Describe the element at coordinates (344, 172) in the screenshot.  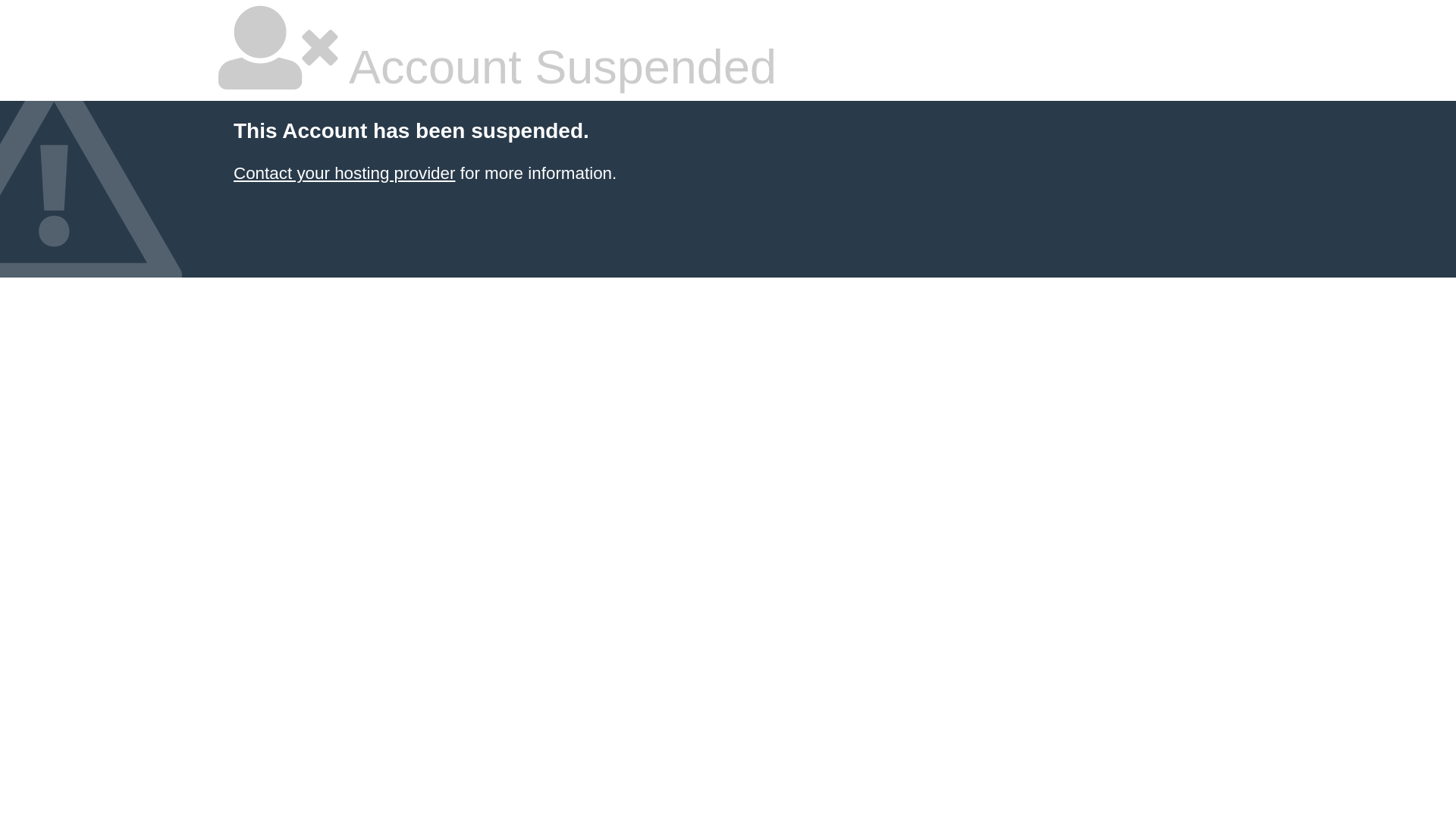
I see `'Contact your hosting provider'` at that location.